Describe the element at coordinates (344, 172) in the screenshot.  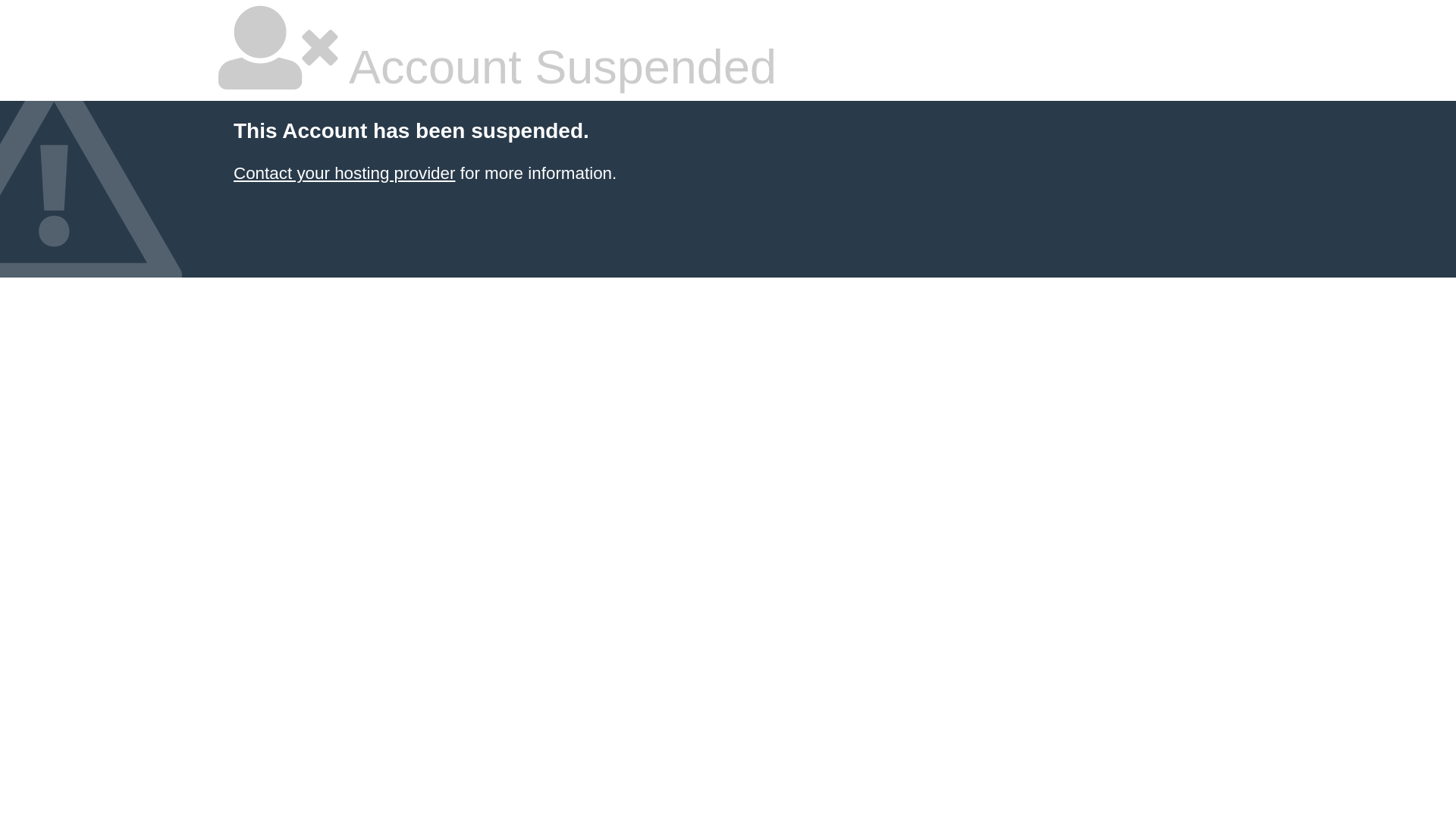
I see `'Contact your hosting provider'` at that location.